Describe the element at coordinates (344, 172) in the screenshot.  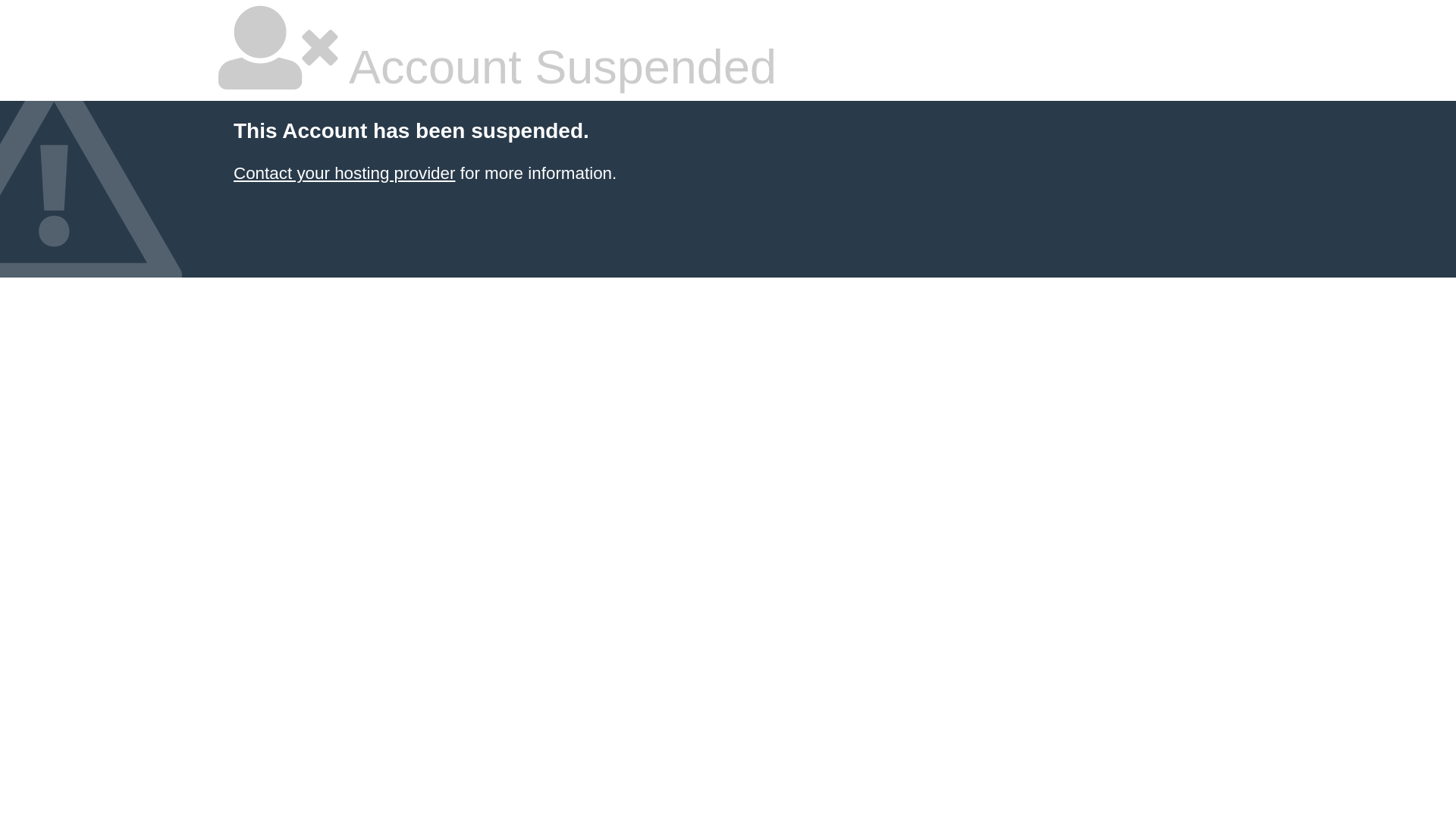
I see `'Contact your hosting provider'` at that location.